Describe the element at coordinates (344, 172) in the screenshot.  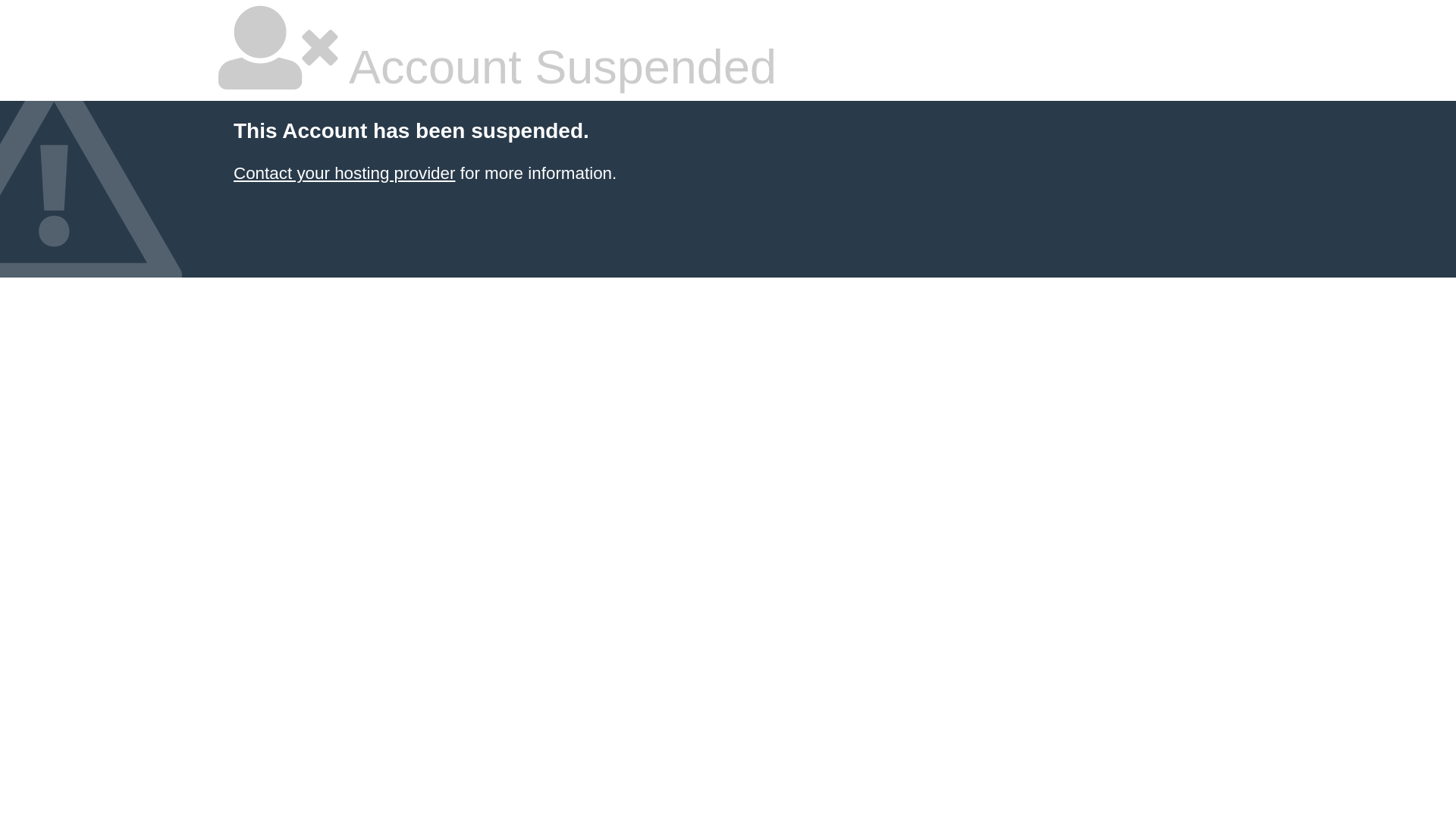
I see `'Contact your hosting provider'` at that location.